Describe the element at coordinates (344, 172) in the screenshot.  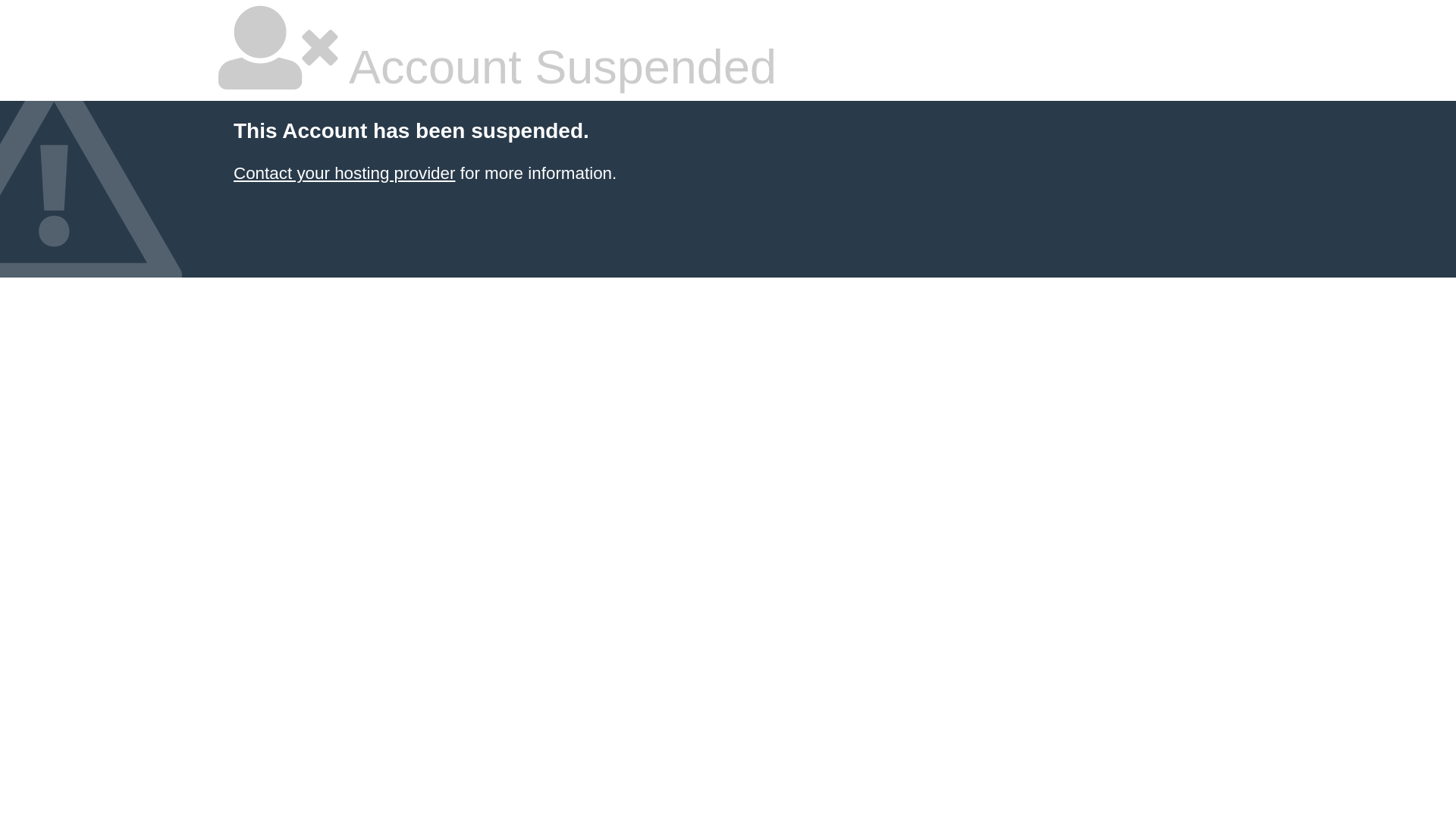
I see `'Contact your hosting provider'` at that location.